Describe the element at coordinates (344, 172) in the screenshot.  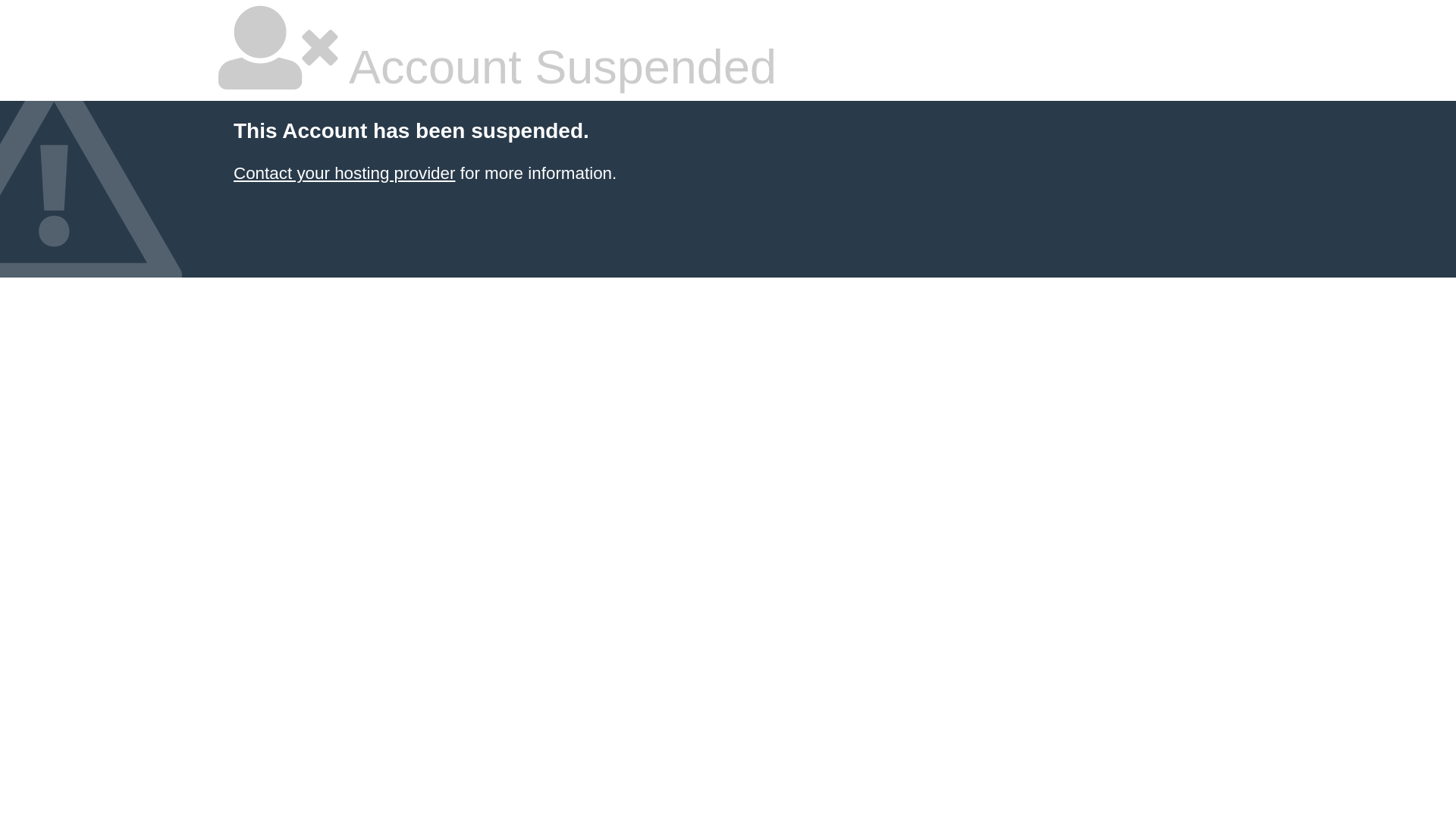
I see `'Contact your hosting provider'` at that location.